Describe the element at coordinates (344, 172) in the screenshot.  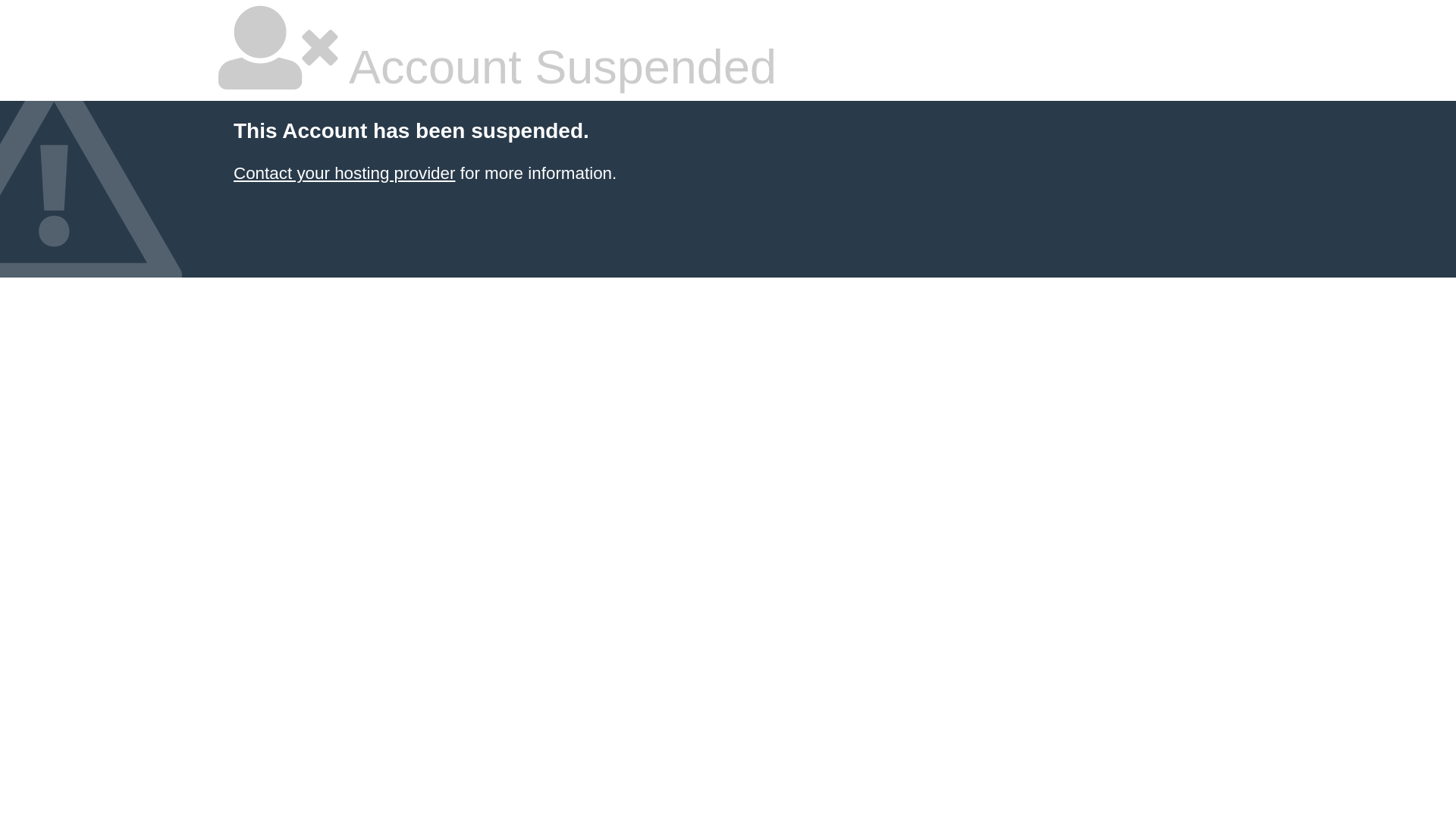
I see `'Contact your hosting provider'` at that location.